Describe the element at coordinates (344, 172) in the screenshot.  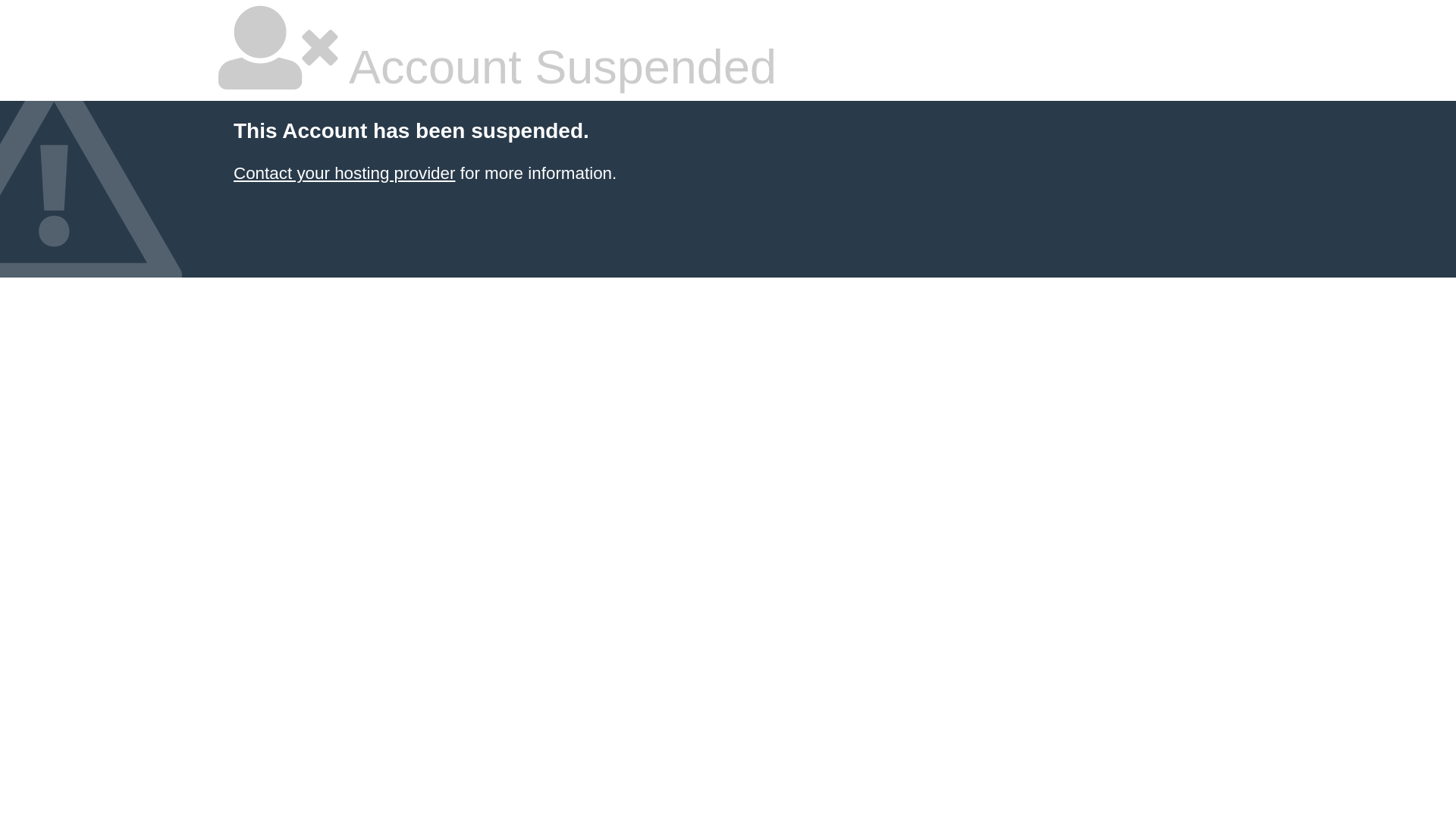
I see `'Contact your hosting provider'` at that location.